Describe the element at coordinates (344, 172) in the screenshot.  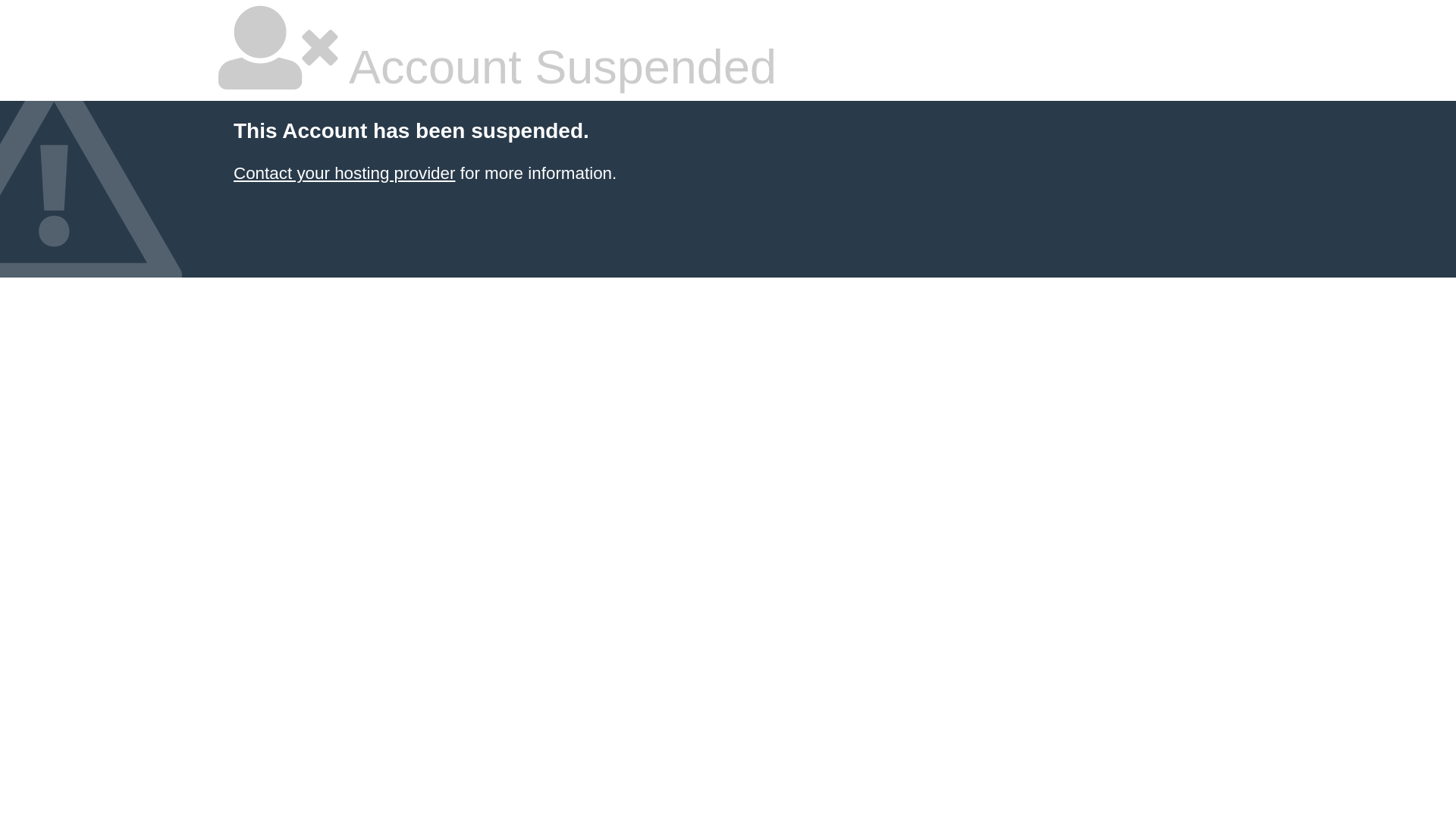
I see `'Contact your hosting provider'` at that location.